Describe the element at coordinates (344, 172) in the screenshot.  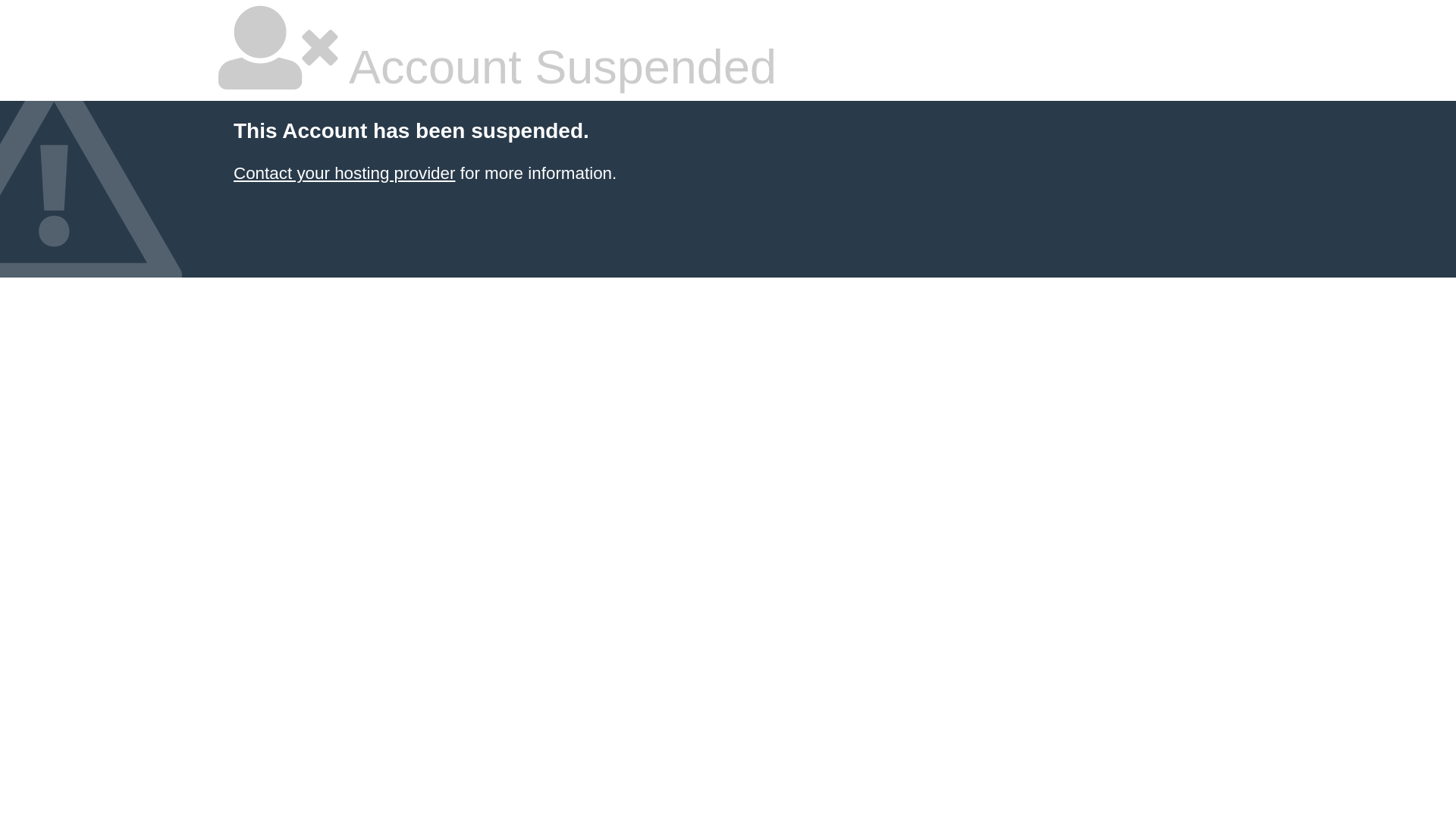
I see `'Contact your hosting provider'` at that location.